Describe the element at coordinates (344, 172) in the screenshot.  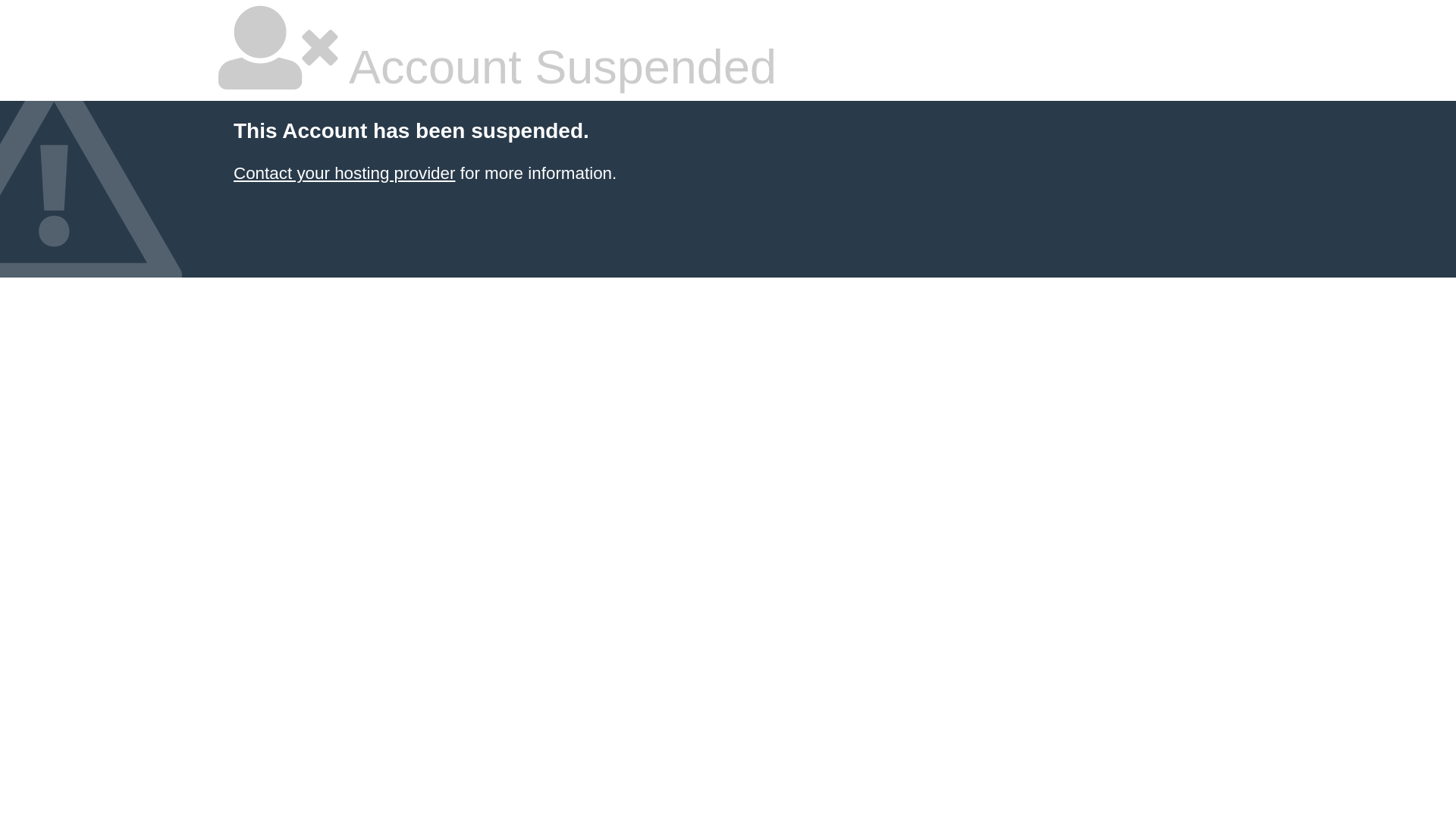
I see `'Contact your hosting provider'` at that location.